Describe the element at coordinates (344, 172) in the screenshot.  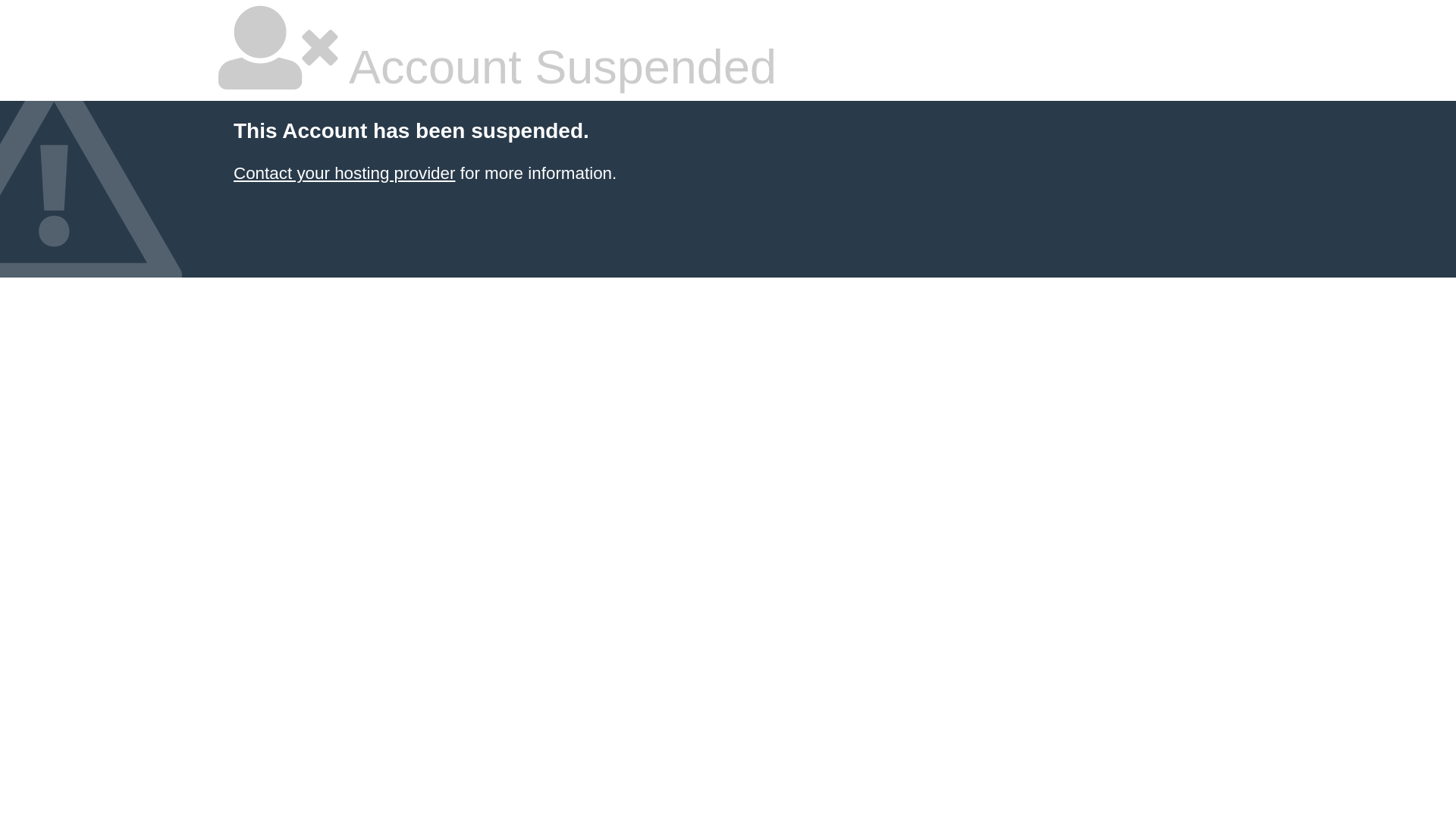
I see `'Contact your hosting provider'` at that location.